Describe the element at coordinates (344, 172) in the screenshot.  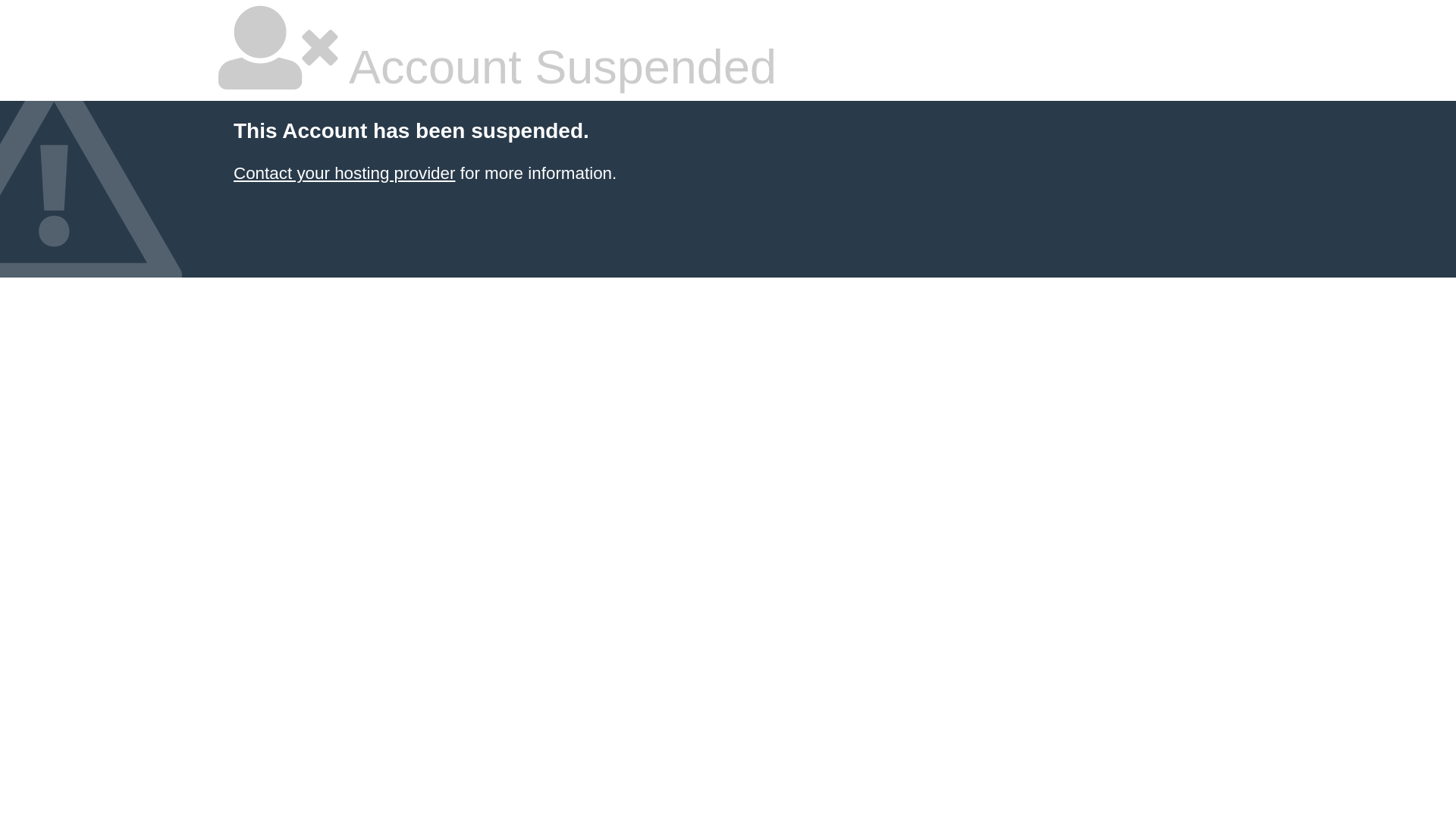
I see `'Contact your hosting provider'` at that location.